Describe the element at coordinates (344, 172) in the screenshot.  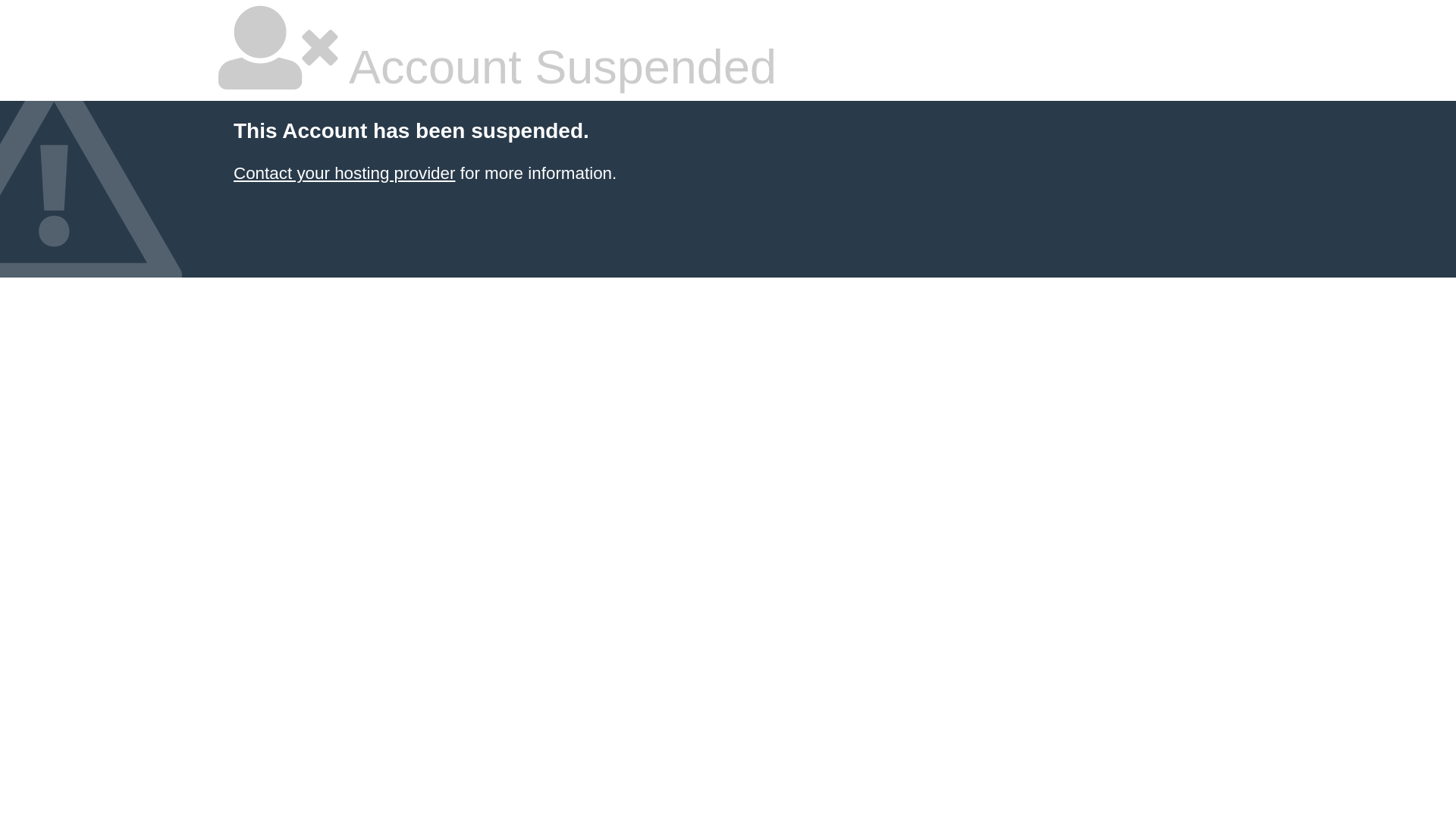
I see `'Contact your hosting provider'` at that location.